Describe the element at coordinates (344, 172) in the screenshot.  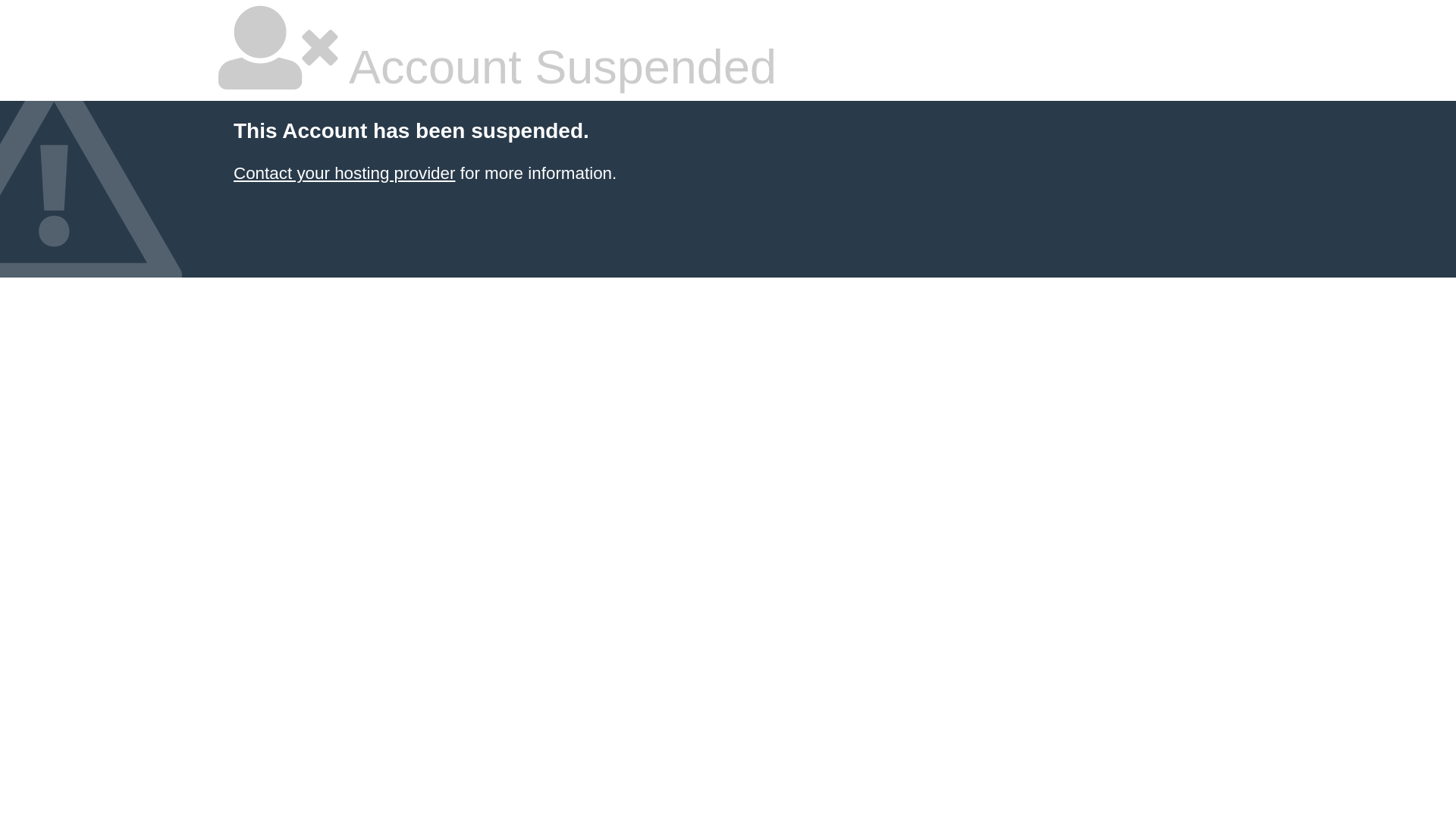
I see `'Contact your hosting provider'` at that location.